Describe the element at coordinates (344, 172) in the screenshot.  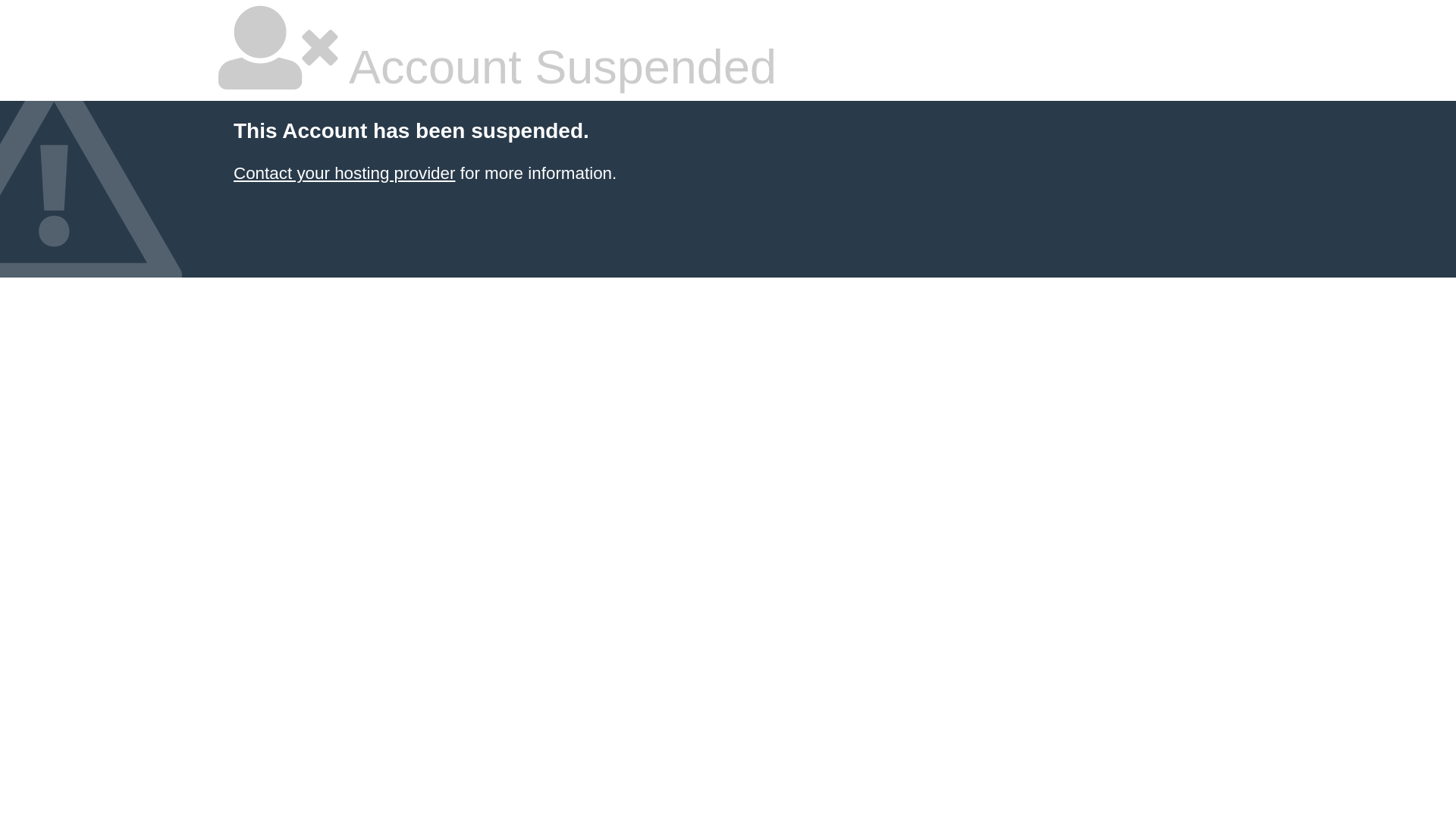
I see `'Contact your hosting provider'` at that location.